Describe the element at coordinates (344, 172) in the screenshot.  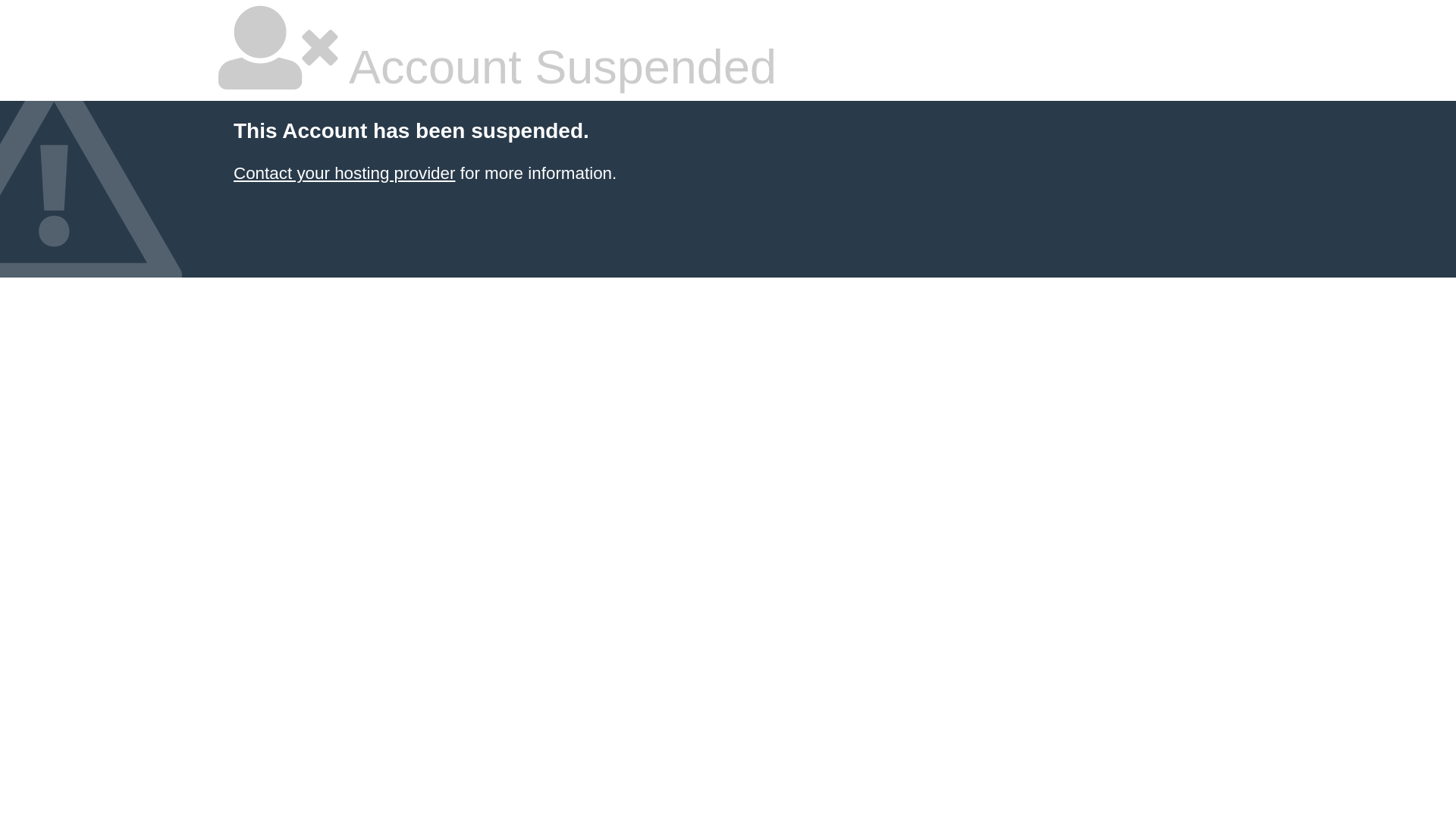
I see `'Contact your hosting provider'` at that location.